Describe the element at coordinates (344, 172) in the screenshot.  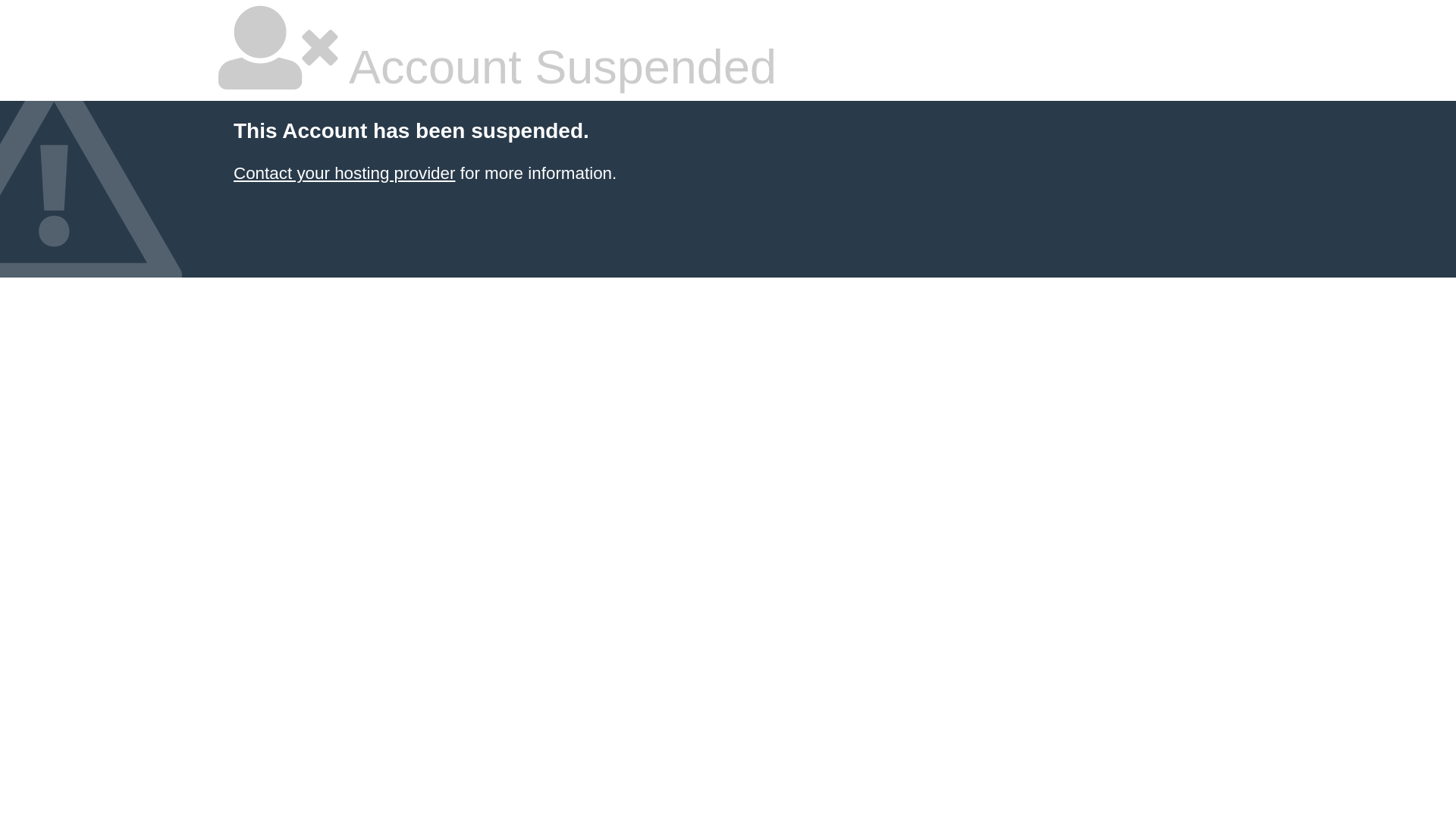
I see `'Contact your hosting provider'` at that location.